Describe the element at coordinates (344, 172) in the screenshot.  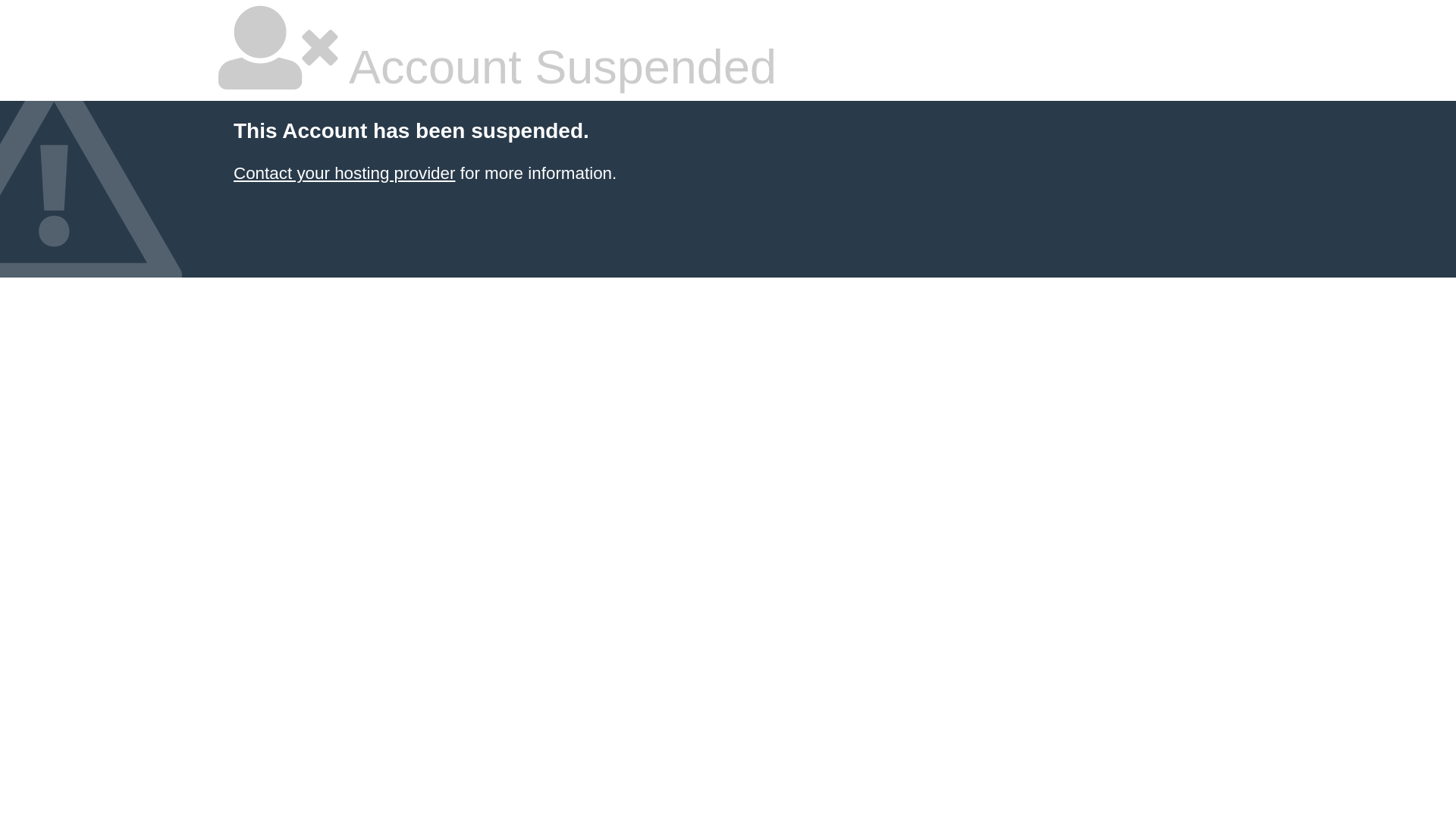
I see `'Contact your hosting provider'` at that location.